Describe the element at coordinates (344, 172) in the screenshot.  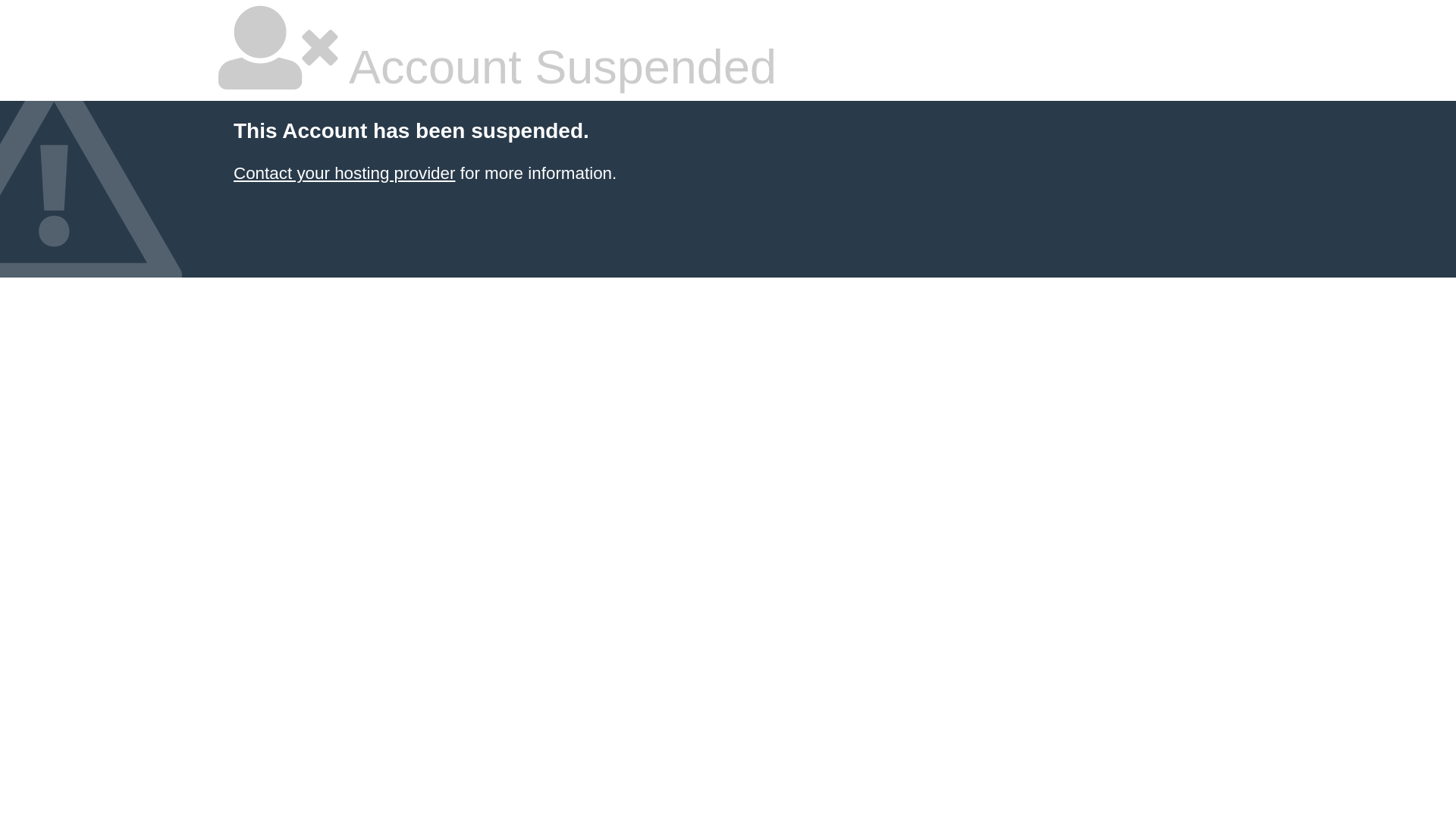
I see `'Contact your hosting provider'` at that location.